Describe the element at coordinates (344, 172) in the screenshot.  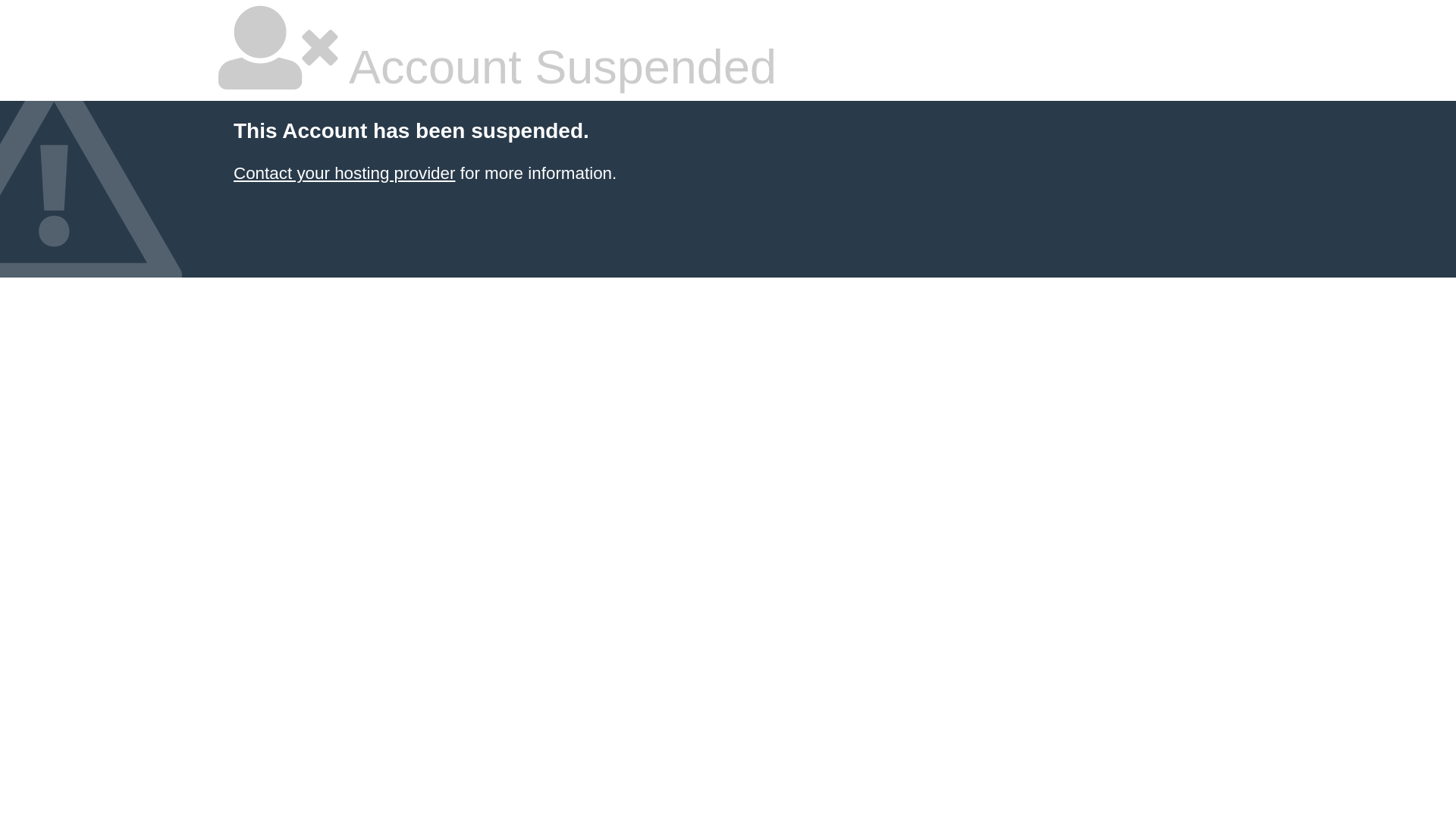
I see `'Contact your hosting provider'` at that location.